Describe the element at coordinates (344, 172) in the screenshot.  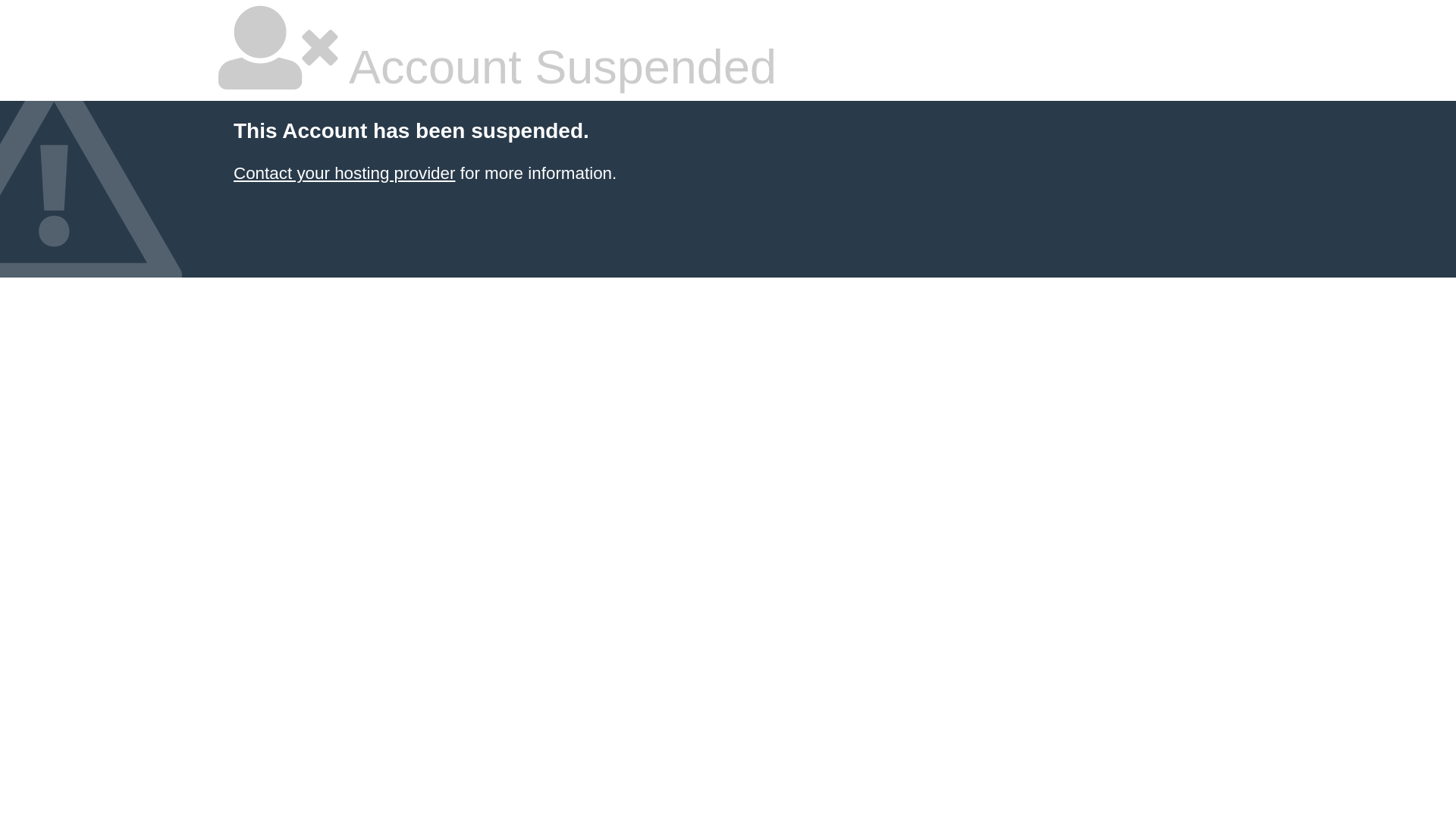
I see `'Contact your hosting provider'` at that location.